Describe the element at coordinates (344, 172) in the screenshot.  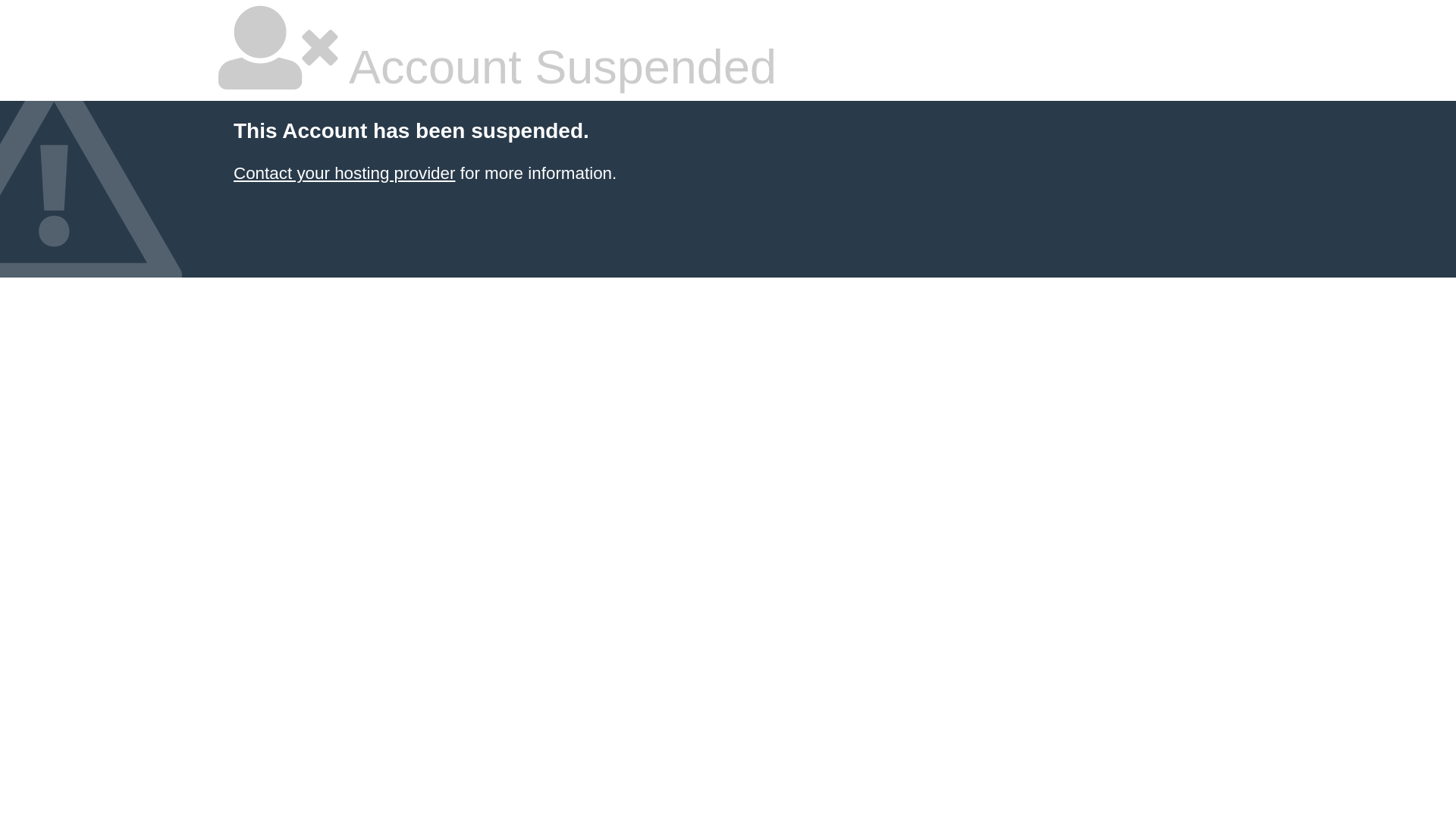
I see `'Contact your hosting provider'` at that location.